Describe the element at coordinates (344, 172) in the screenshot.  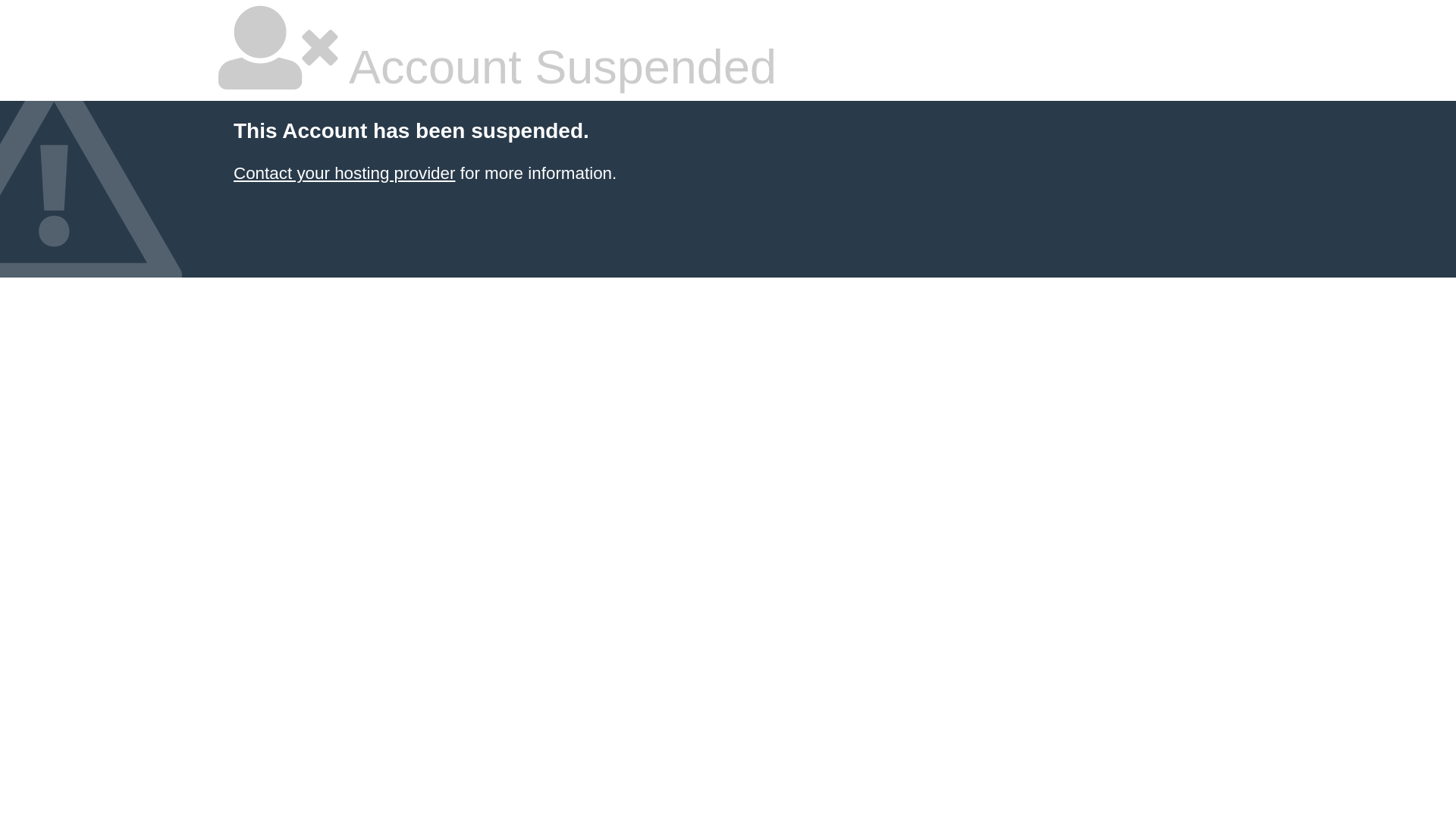
I see `'Contact your hosting provider'` at that location.